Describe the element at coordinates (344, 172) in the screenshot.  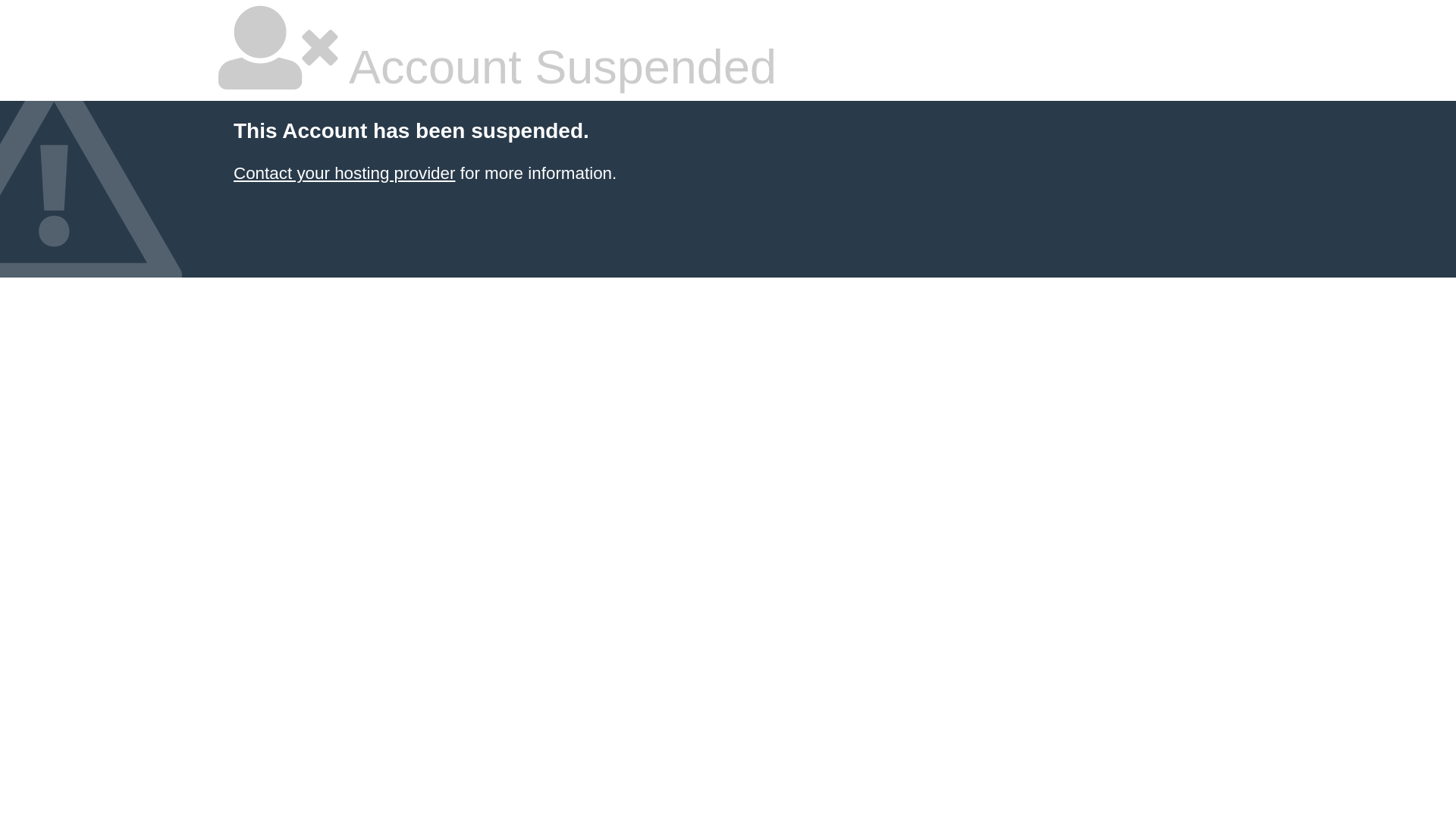
I see `'Contact your hosting provider'` at that location.